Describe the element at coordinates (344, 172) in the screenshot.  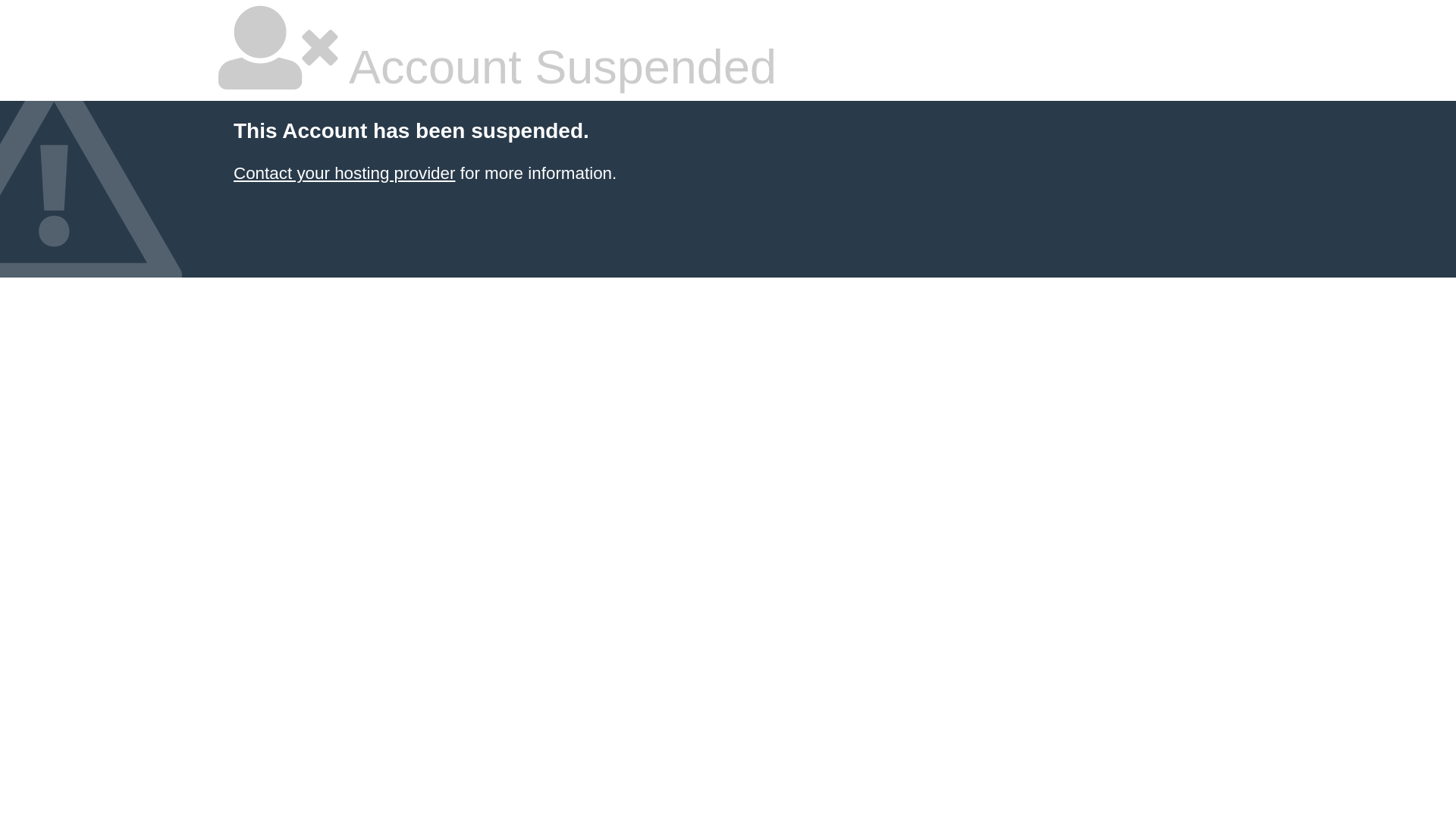
I see `'Contact your hosting provider'` at that location.